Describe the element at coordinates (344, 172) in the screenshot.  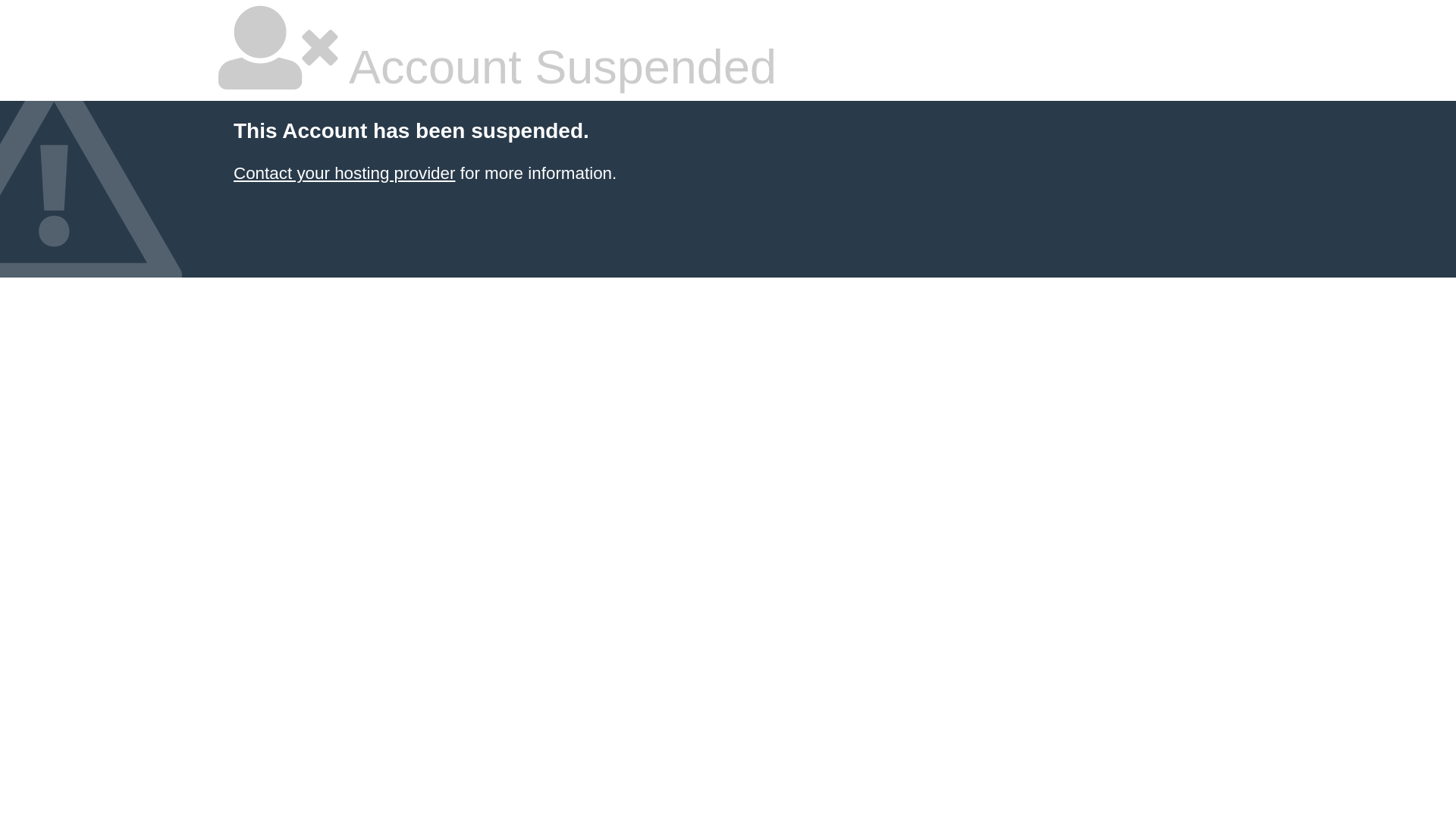
I see `'Contact your hosting provider'` at that location.